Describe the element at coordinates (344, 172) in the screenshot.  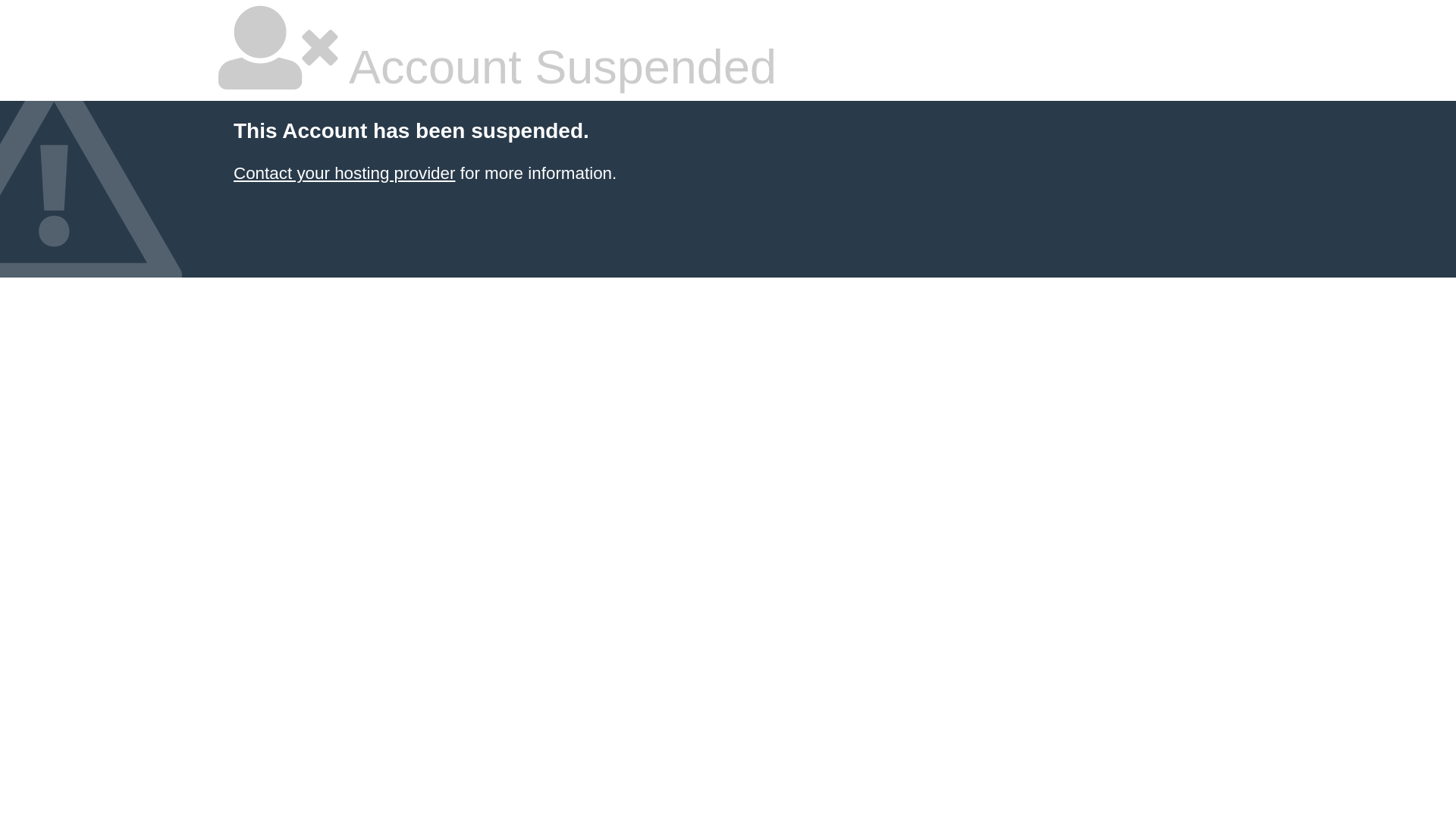
I see `'Contact your hosting provider'` at that location.